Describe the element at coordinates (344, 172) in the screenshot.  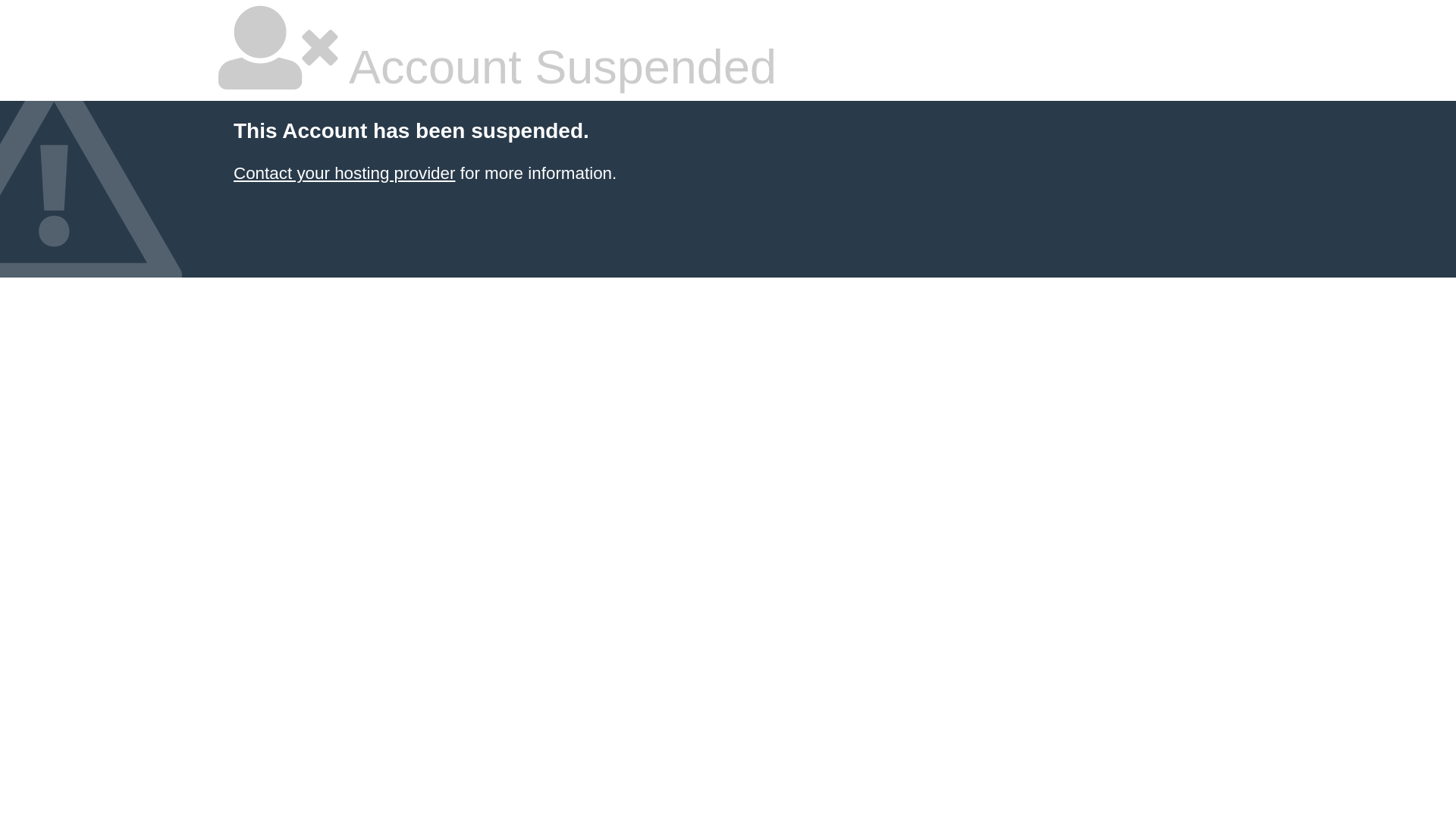
I see `'Contact your hosting provider'` at that location.